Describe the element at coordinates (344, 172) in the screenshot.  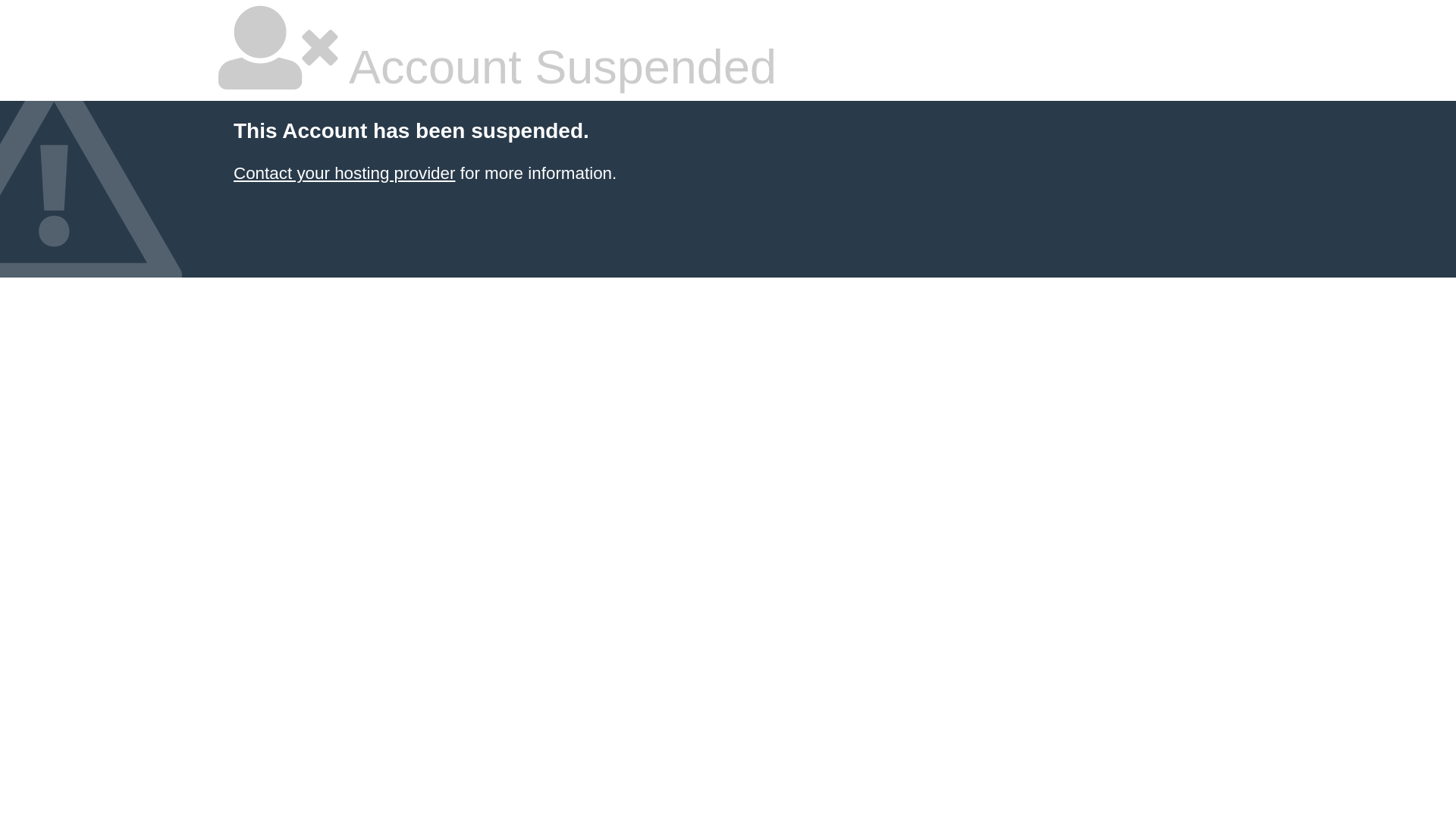
I see `'Contact your hosting provider'` at that location.